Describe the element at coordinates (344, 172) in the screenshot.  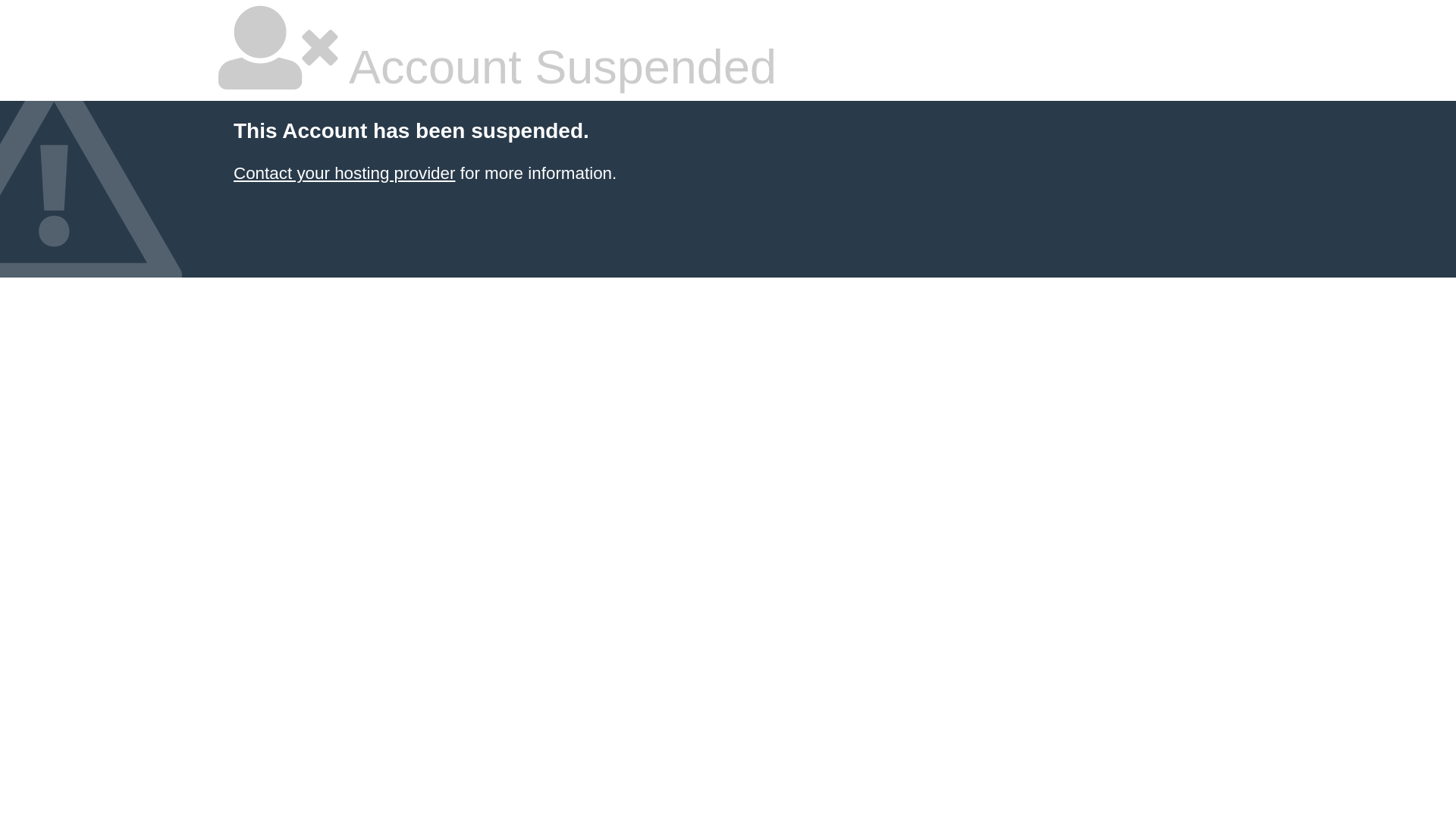
I see `'Contact your hosting provider'` at that location.